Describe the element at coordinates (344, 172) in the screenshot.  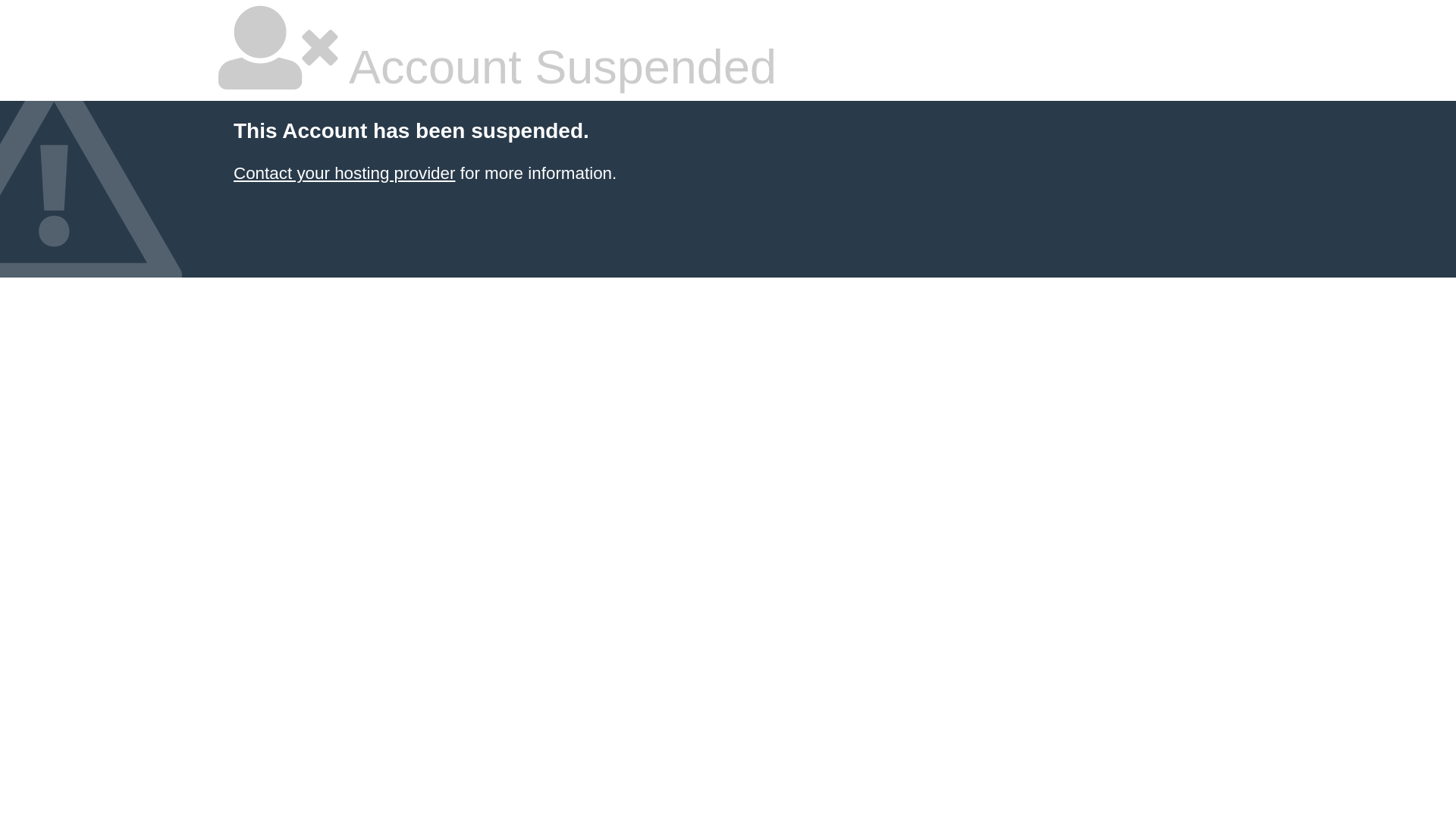
I see `'Contact your hosting provider'` at that location.